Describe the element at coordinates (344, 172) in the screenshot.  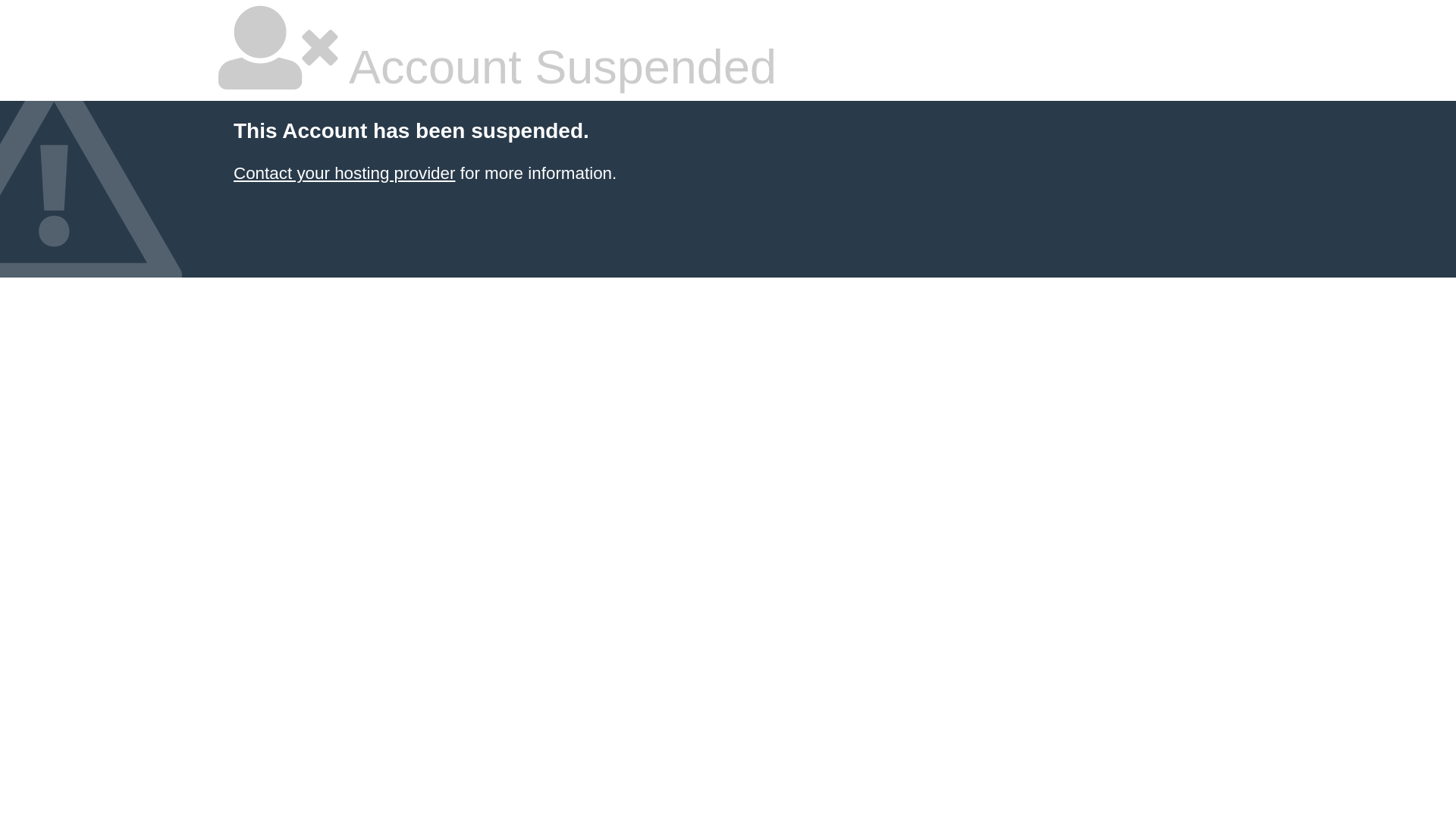
I see `'Contact your hosting provider'` at that location.